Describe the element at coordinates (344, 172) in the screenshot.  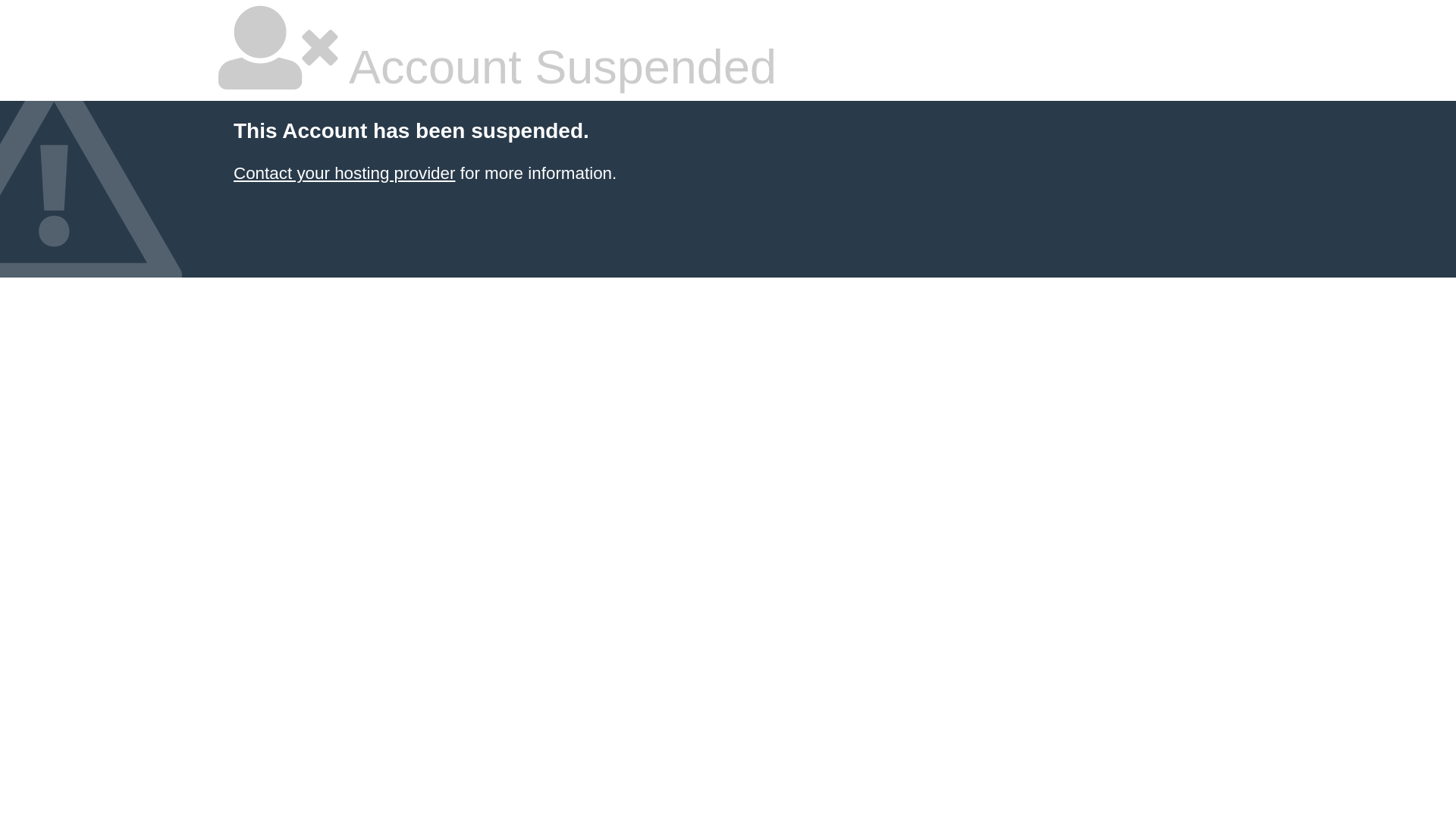
I see `'Contact your hosting provider'` at that location.